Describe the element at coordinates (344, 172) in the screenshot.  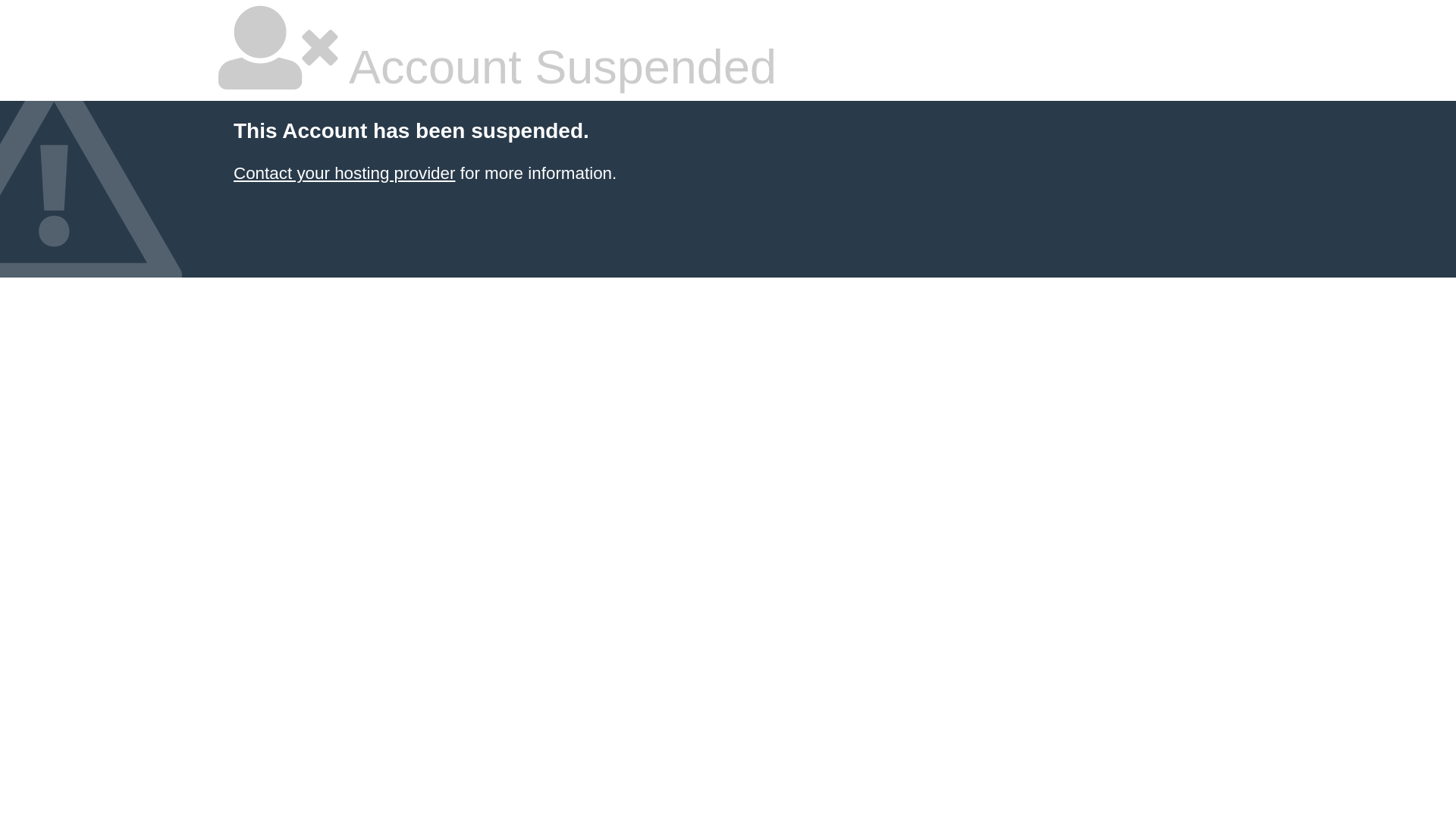
I see `'Contact your hosting provider'` at that location.